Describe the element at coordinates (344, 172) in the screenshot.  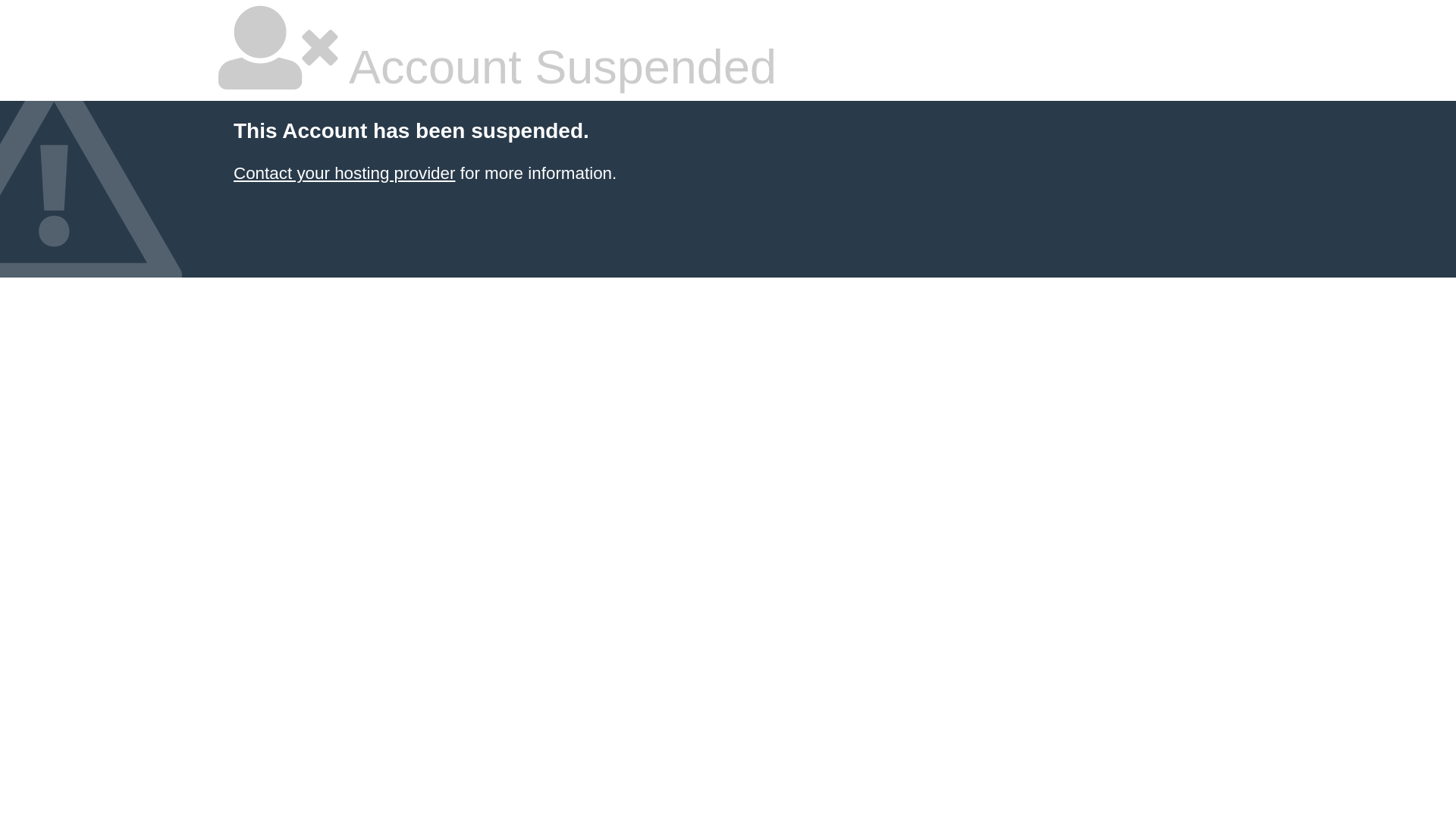
I see `'Contact your hosting provider'` at that location.